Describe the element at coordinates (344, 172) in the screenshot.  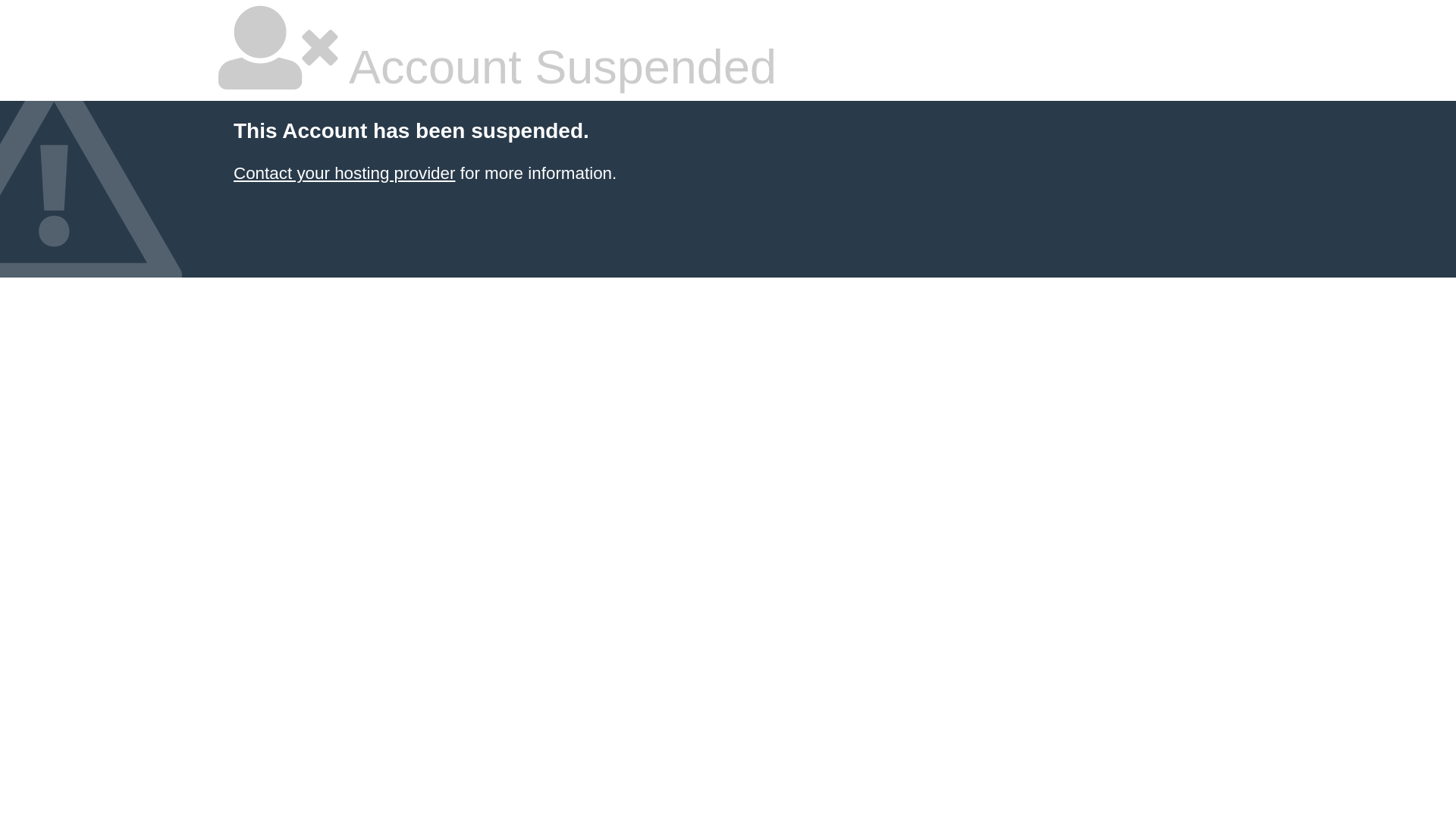
I see `'Contact your hosting provider'` at that location.